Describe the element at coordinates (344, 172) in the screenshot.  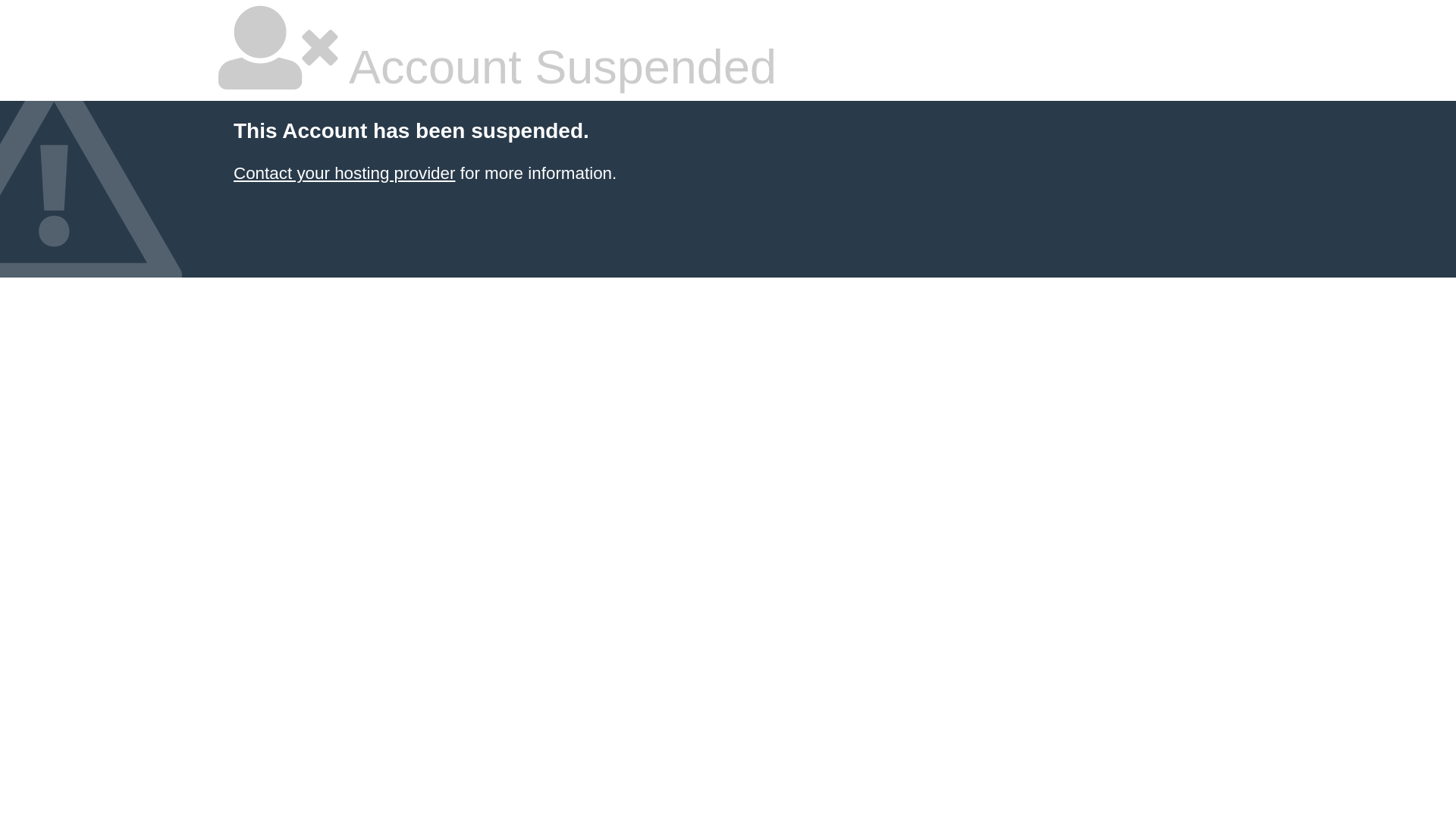
I see `'Contact your hosting provider'` at that location.